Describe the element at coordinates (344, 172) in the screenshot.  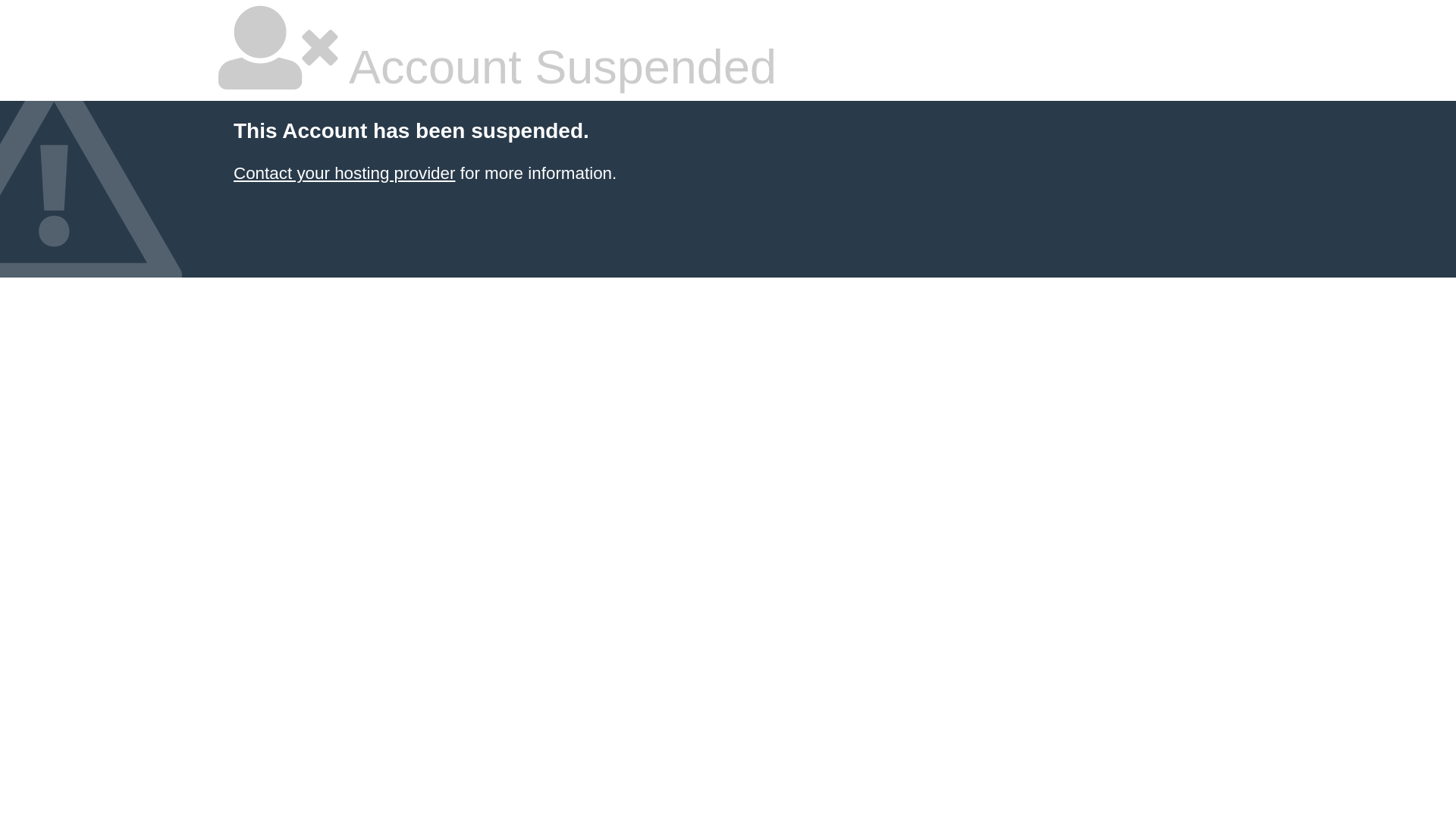
I see `'Contact your hosting provider'` at that location.